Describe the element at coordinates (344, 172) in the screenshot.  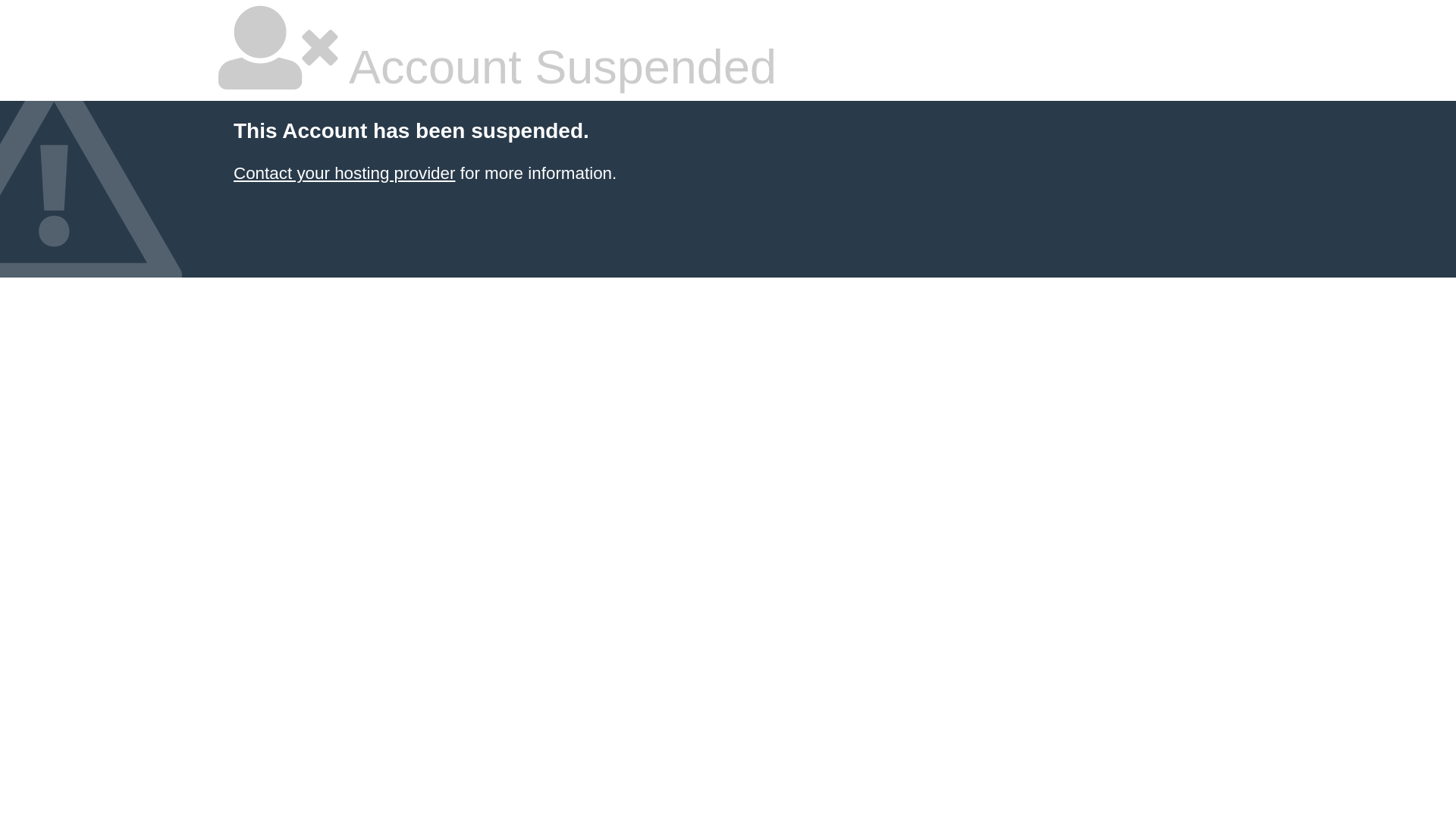
I see `'Contact your hosting provider'` at that location.